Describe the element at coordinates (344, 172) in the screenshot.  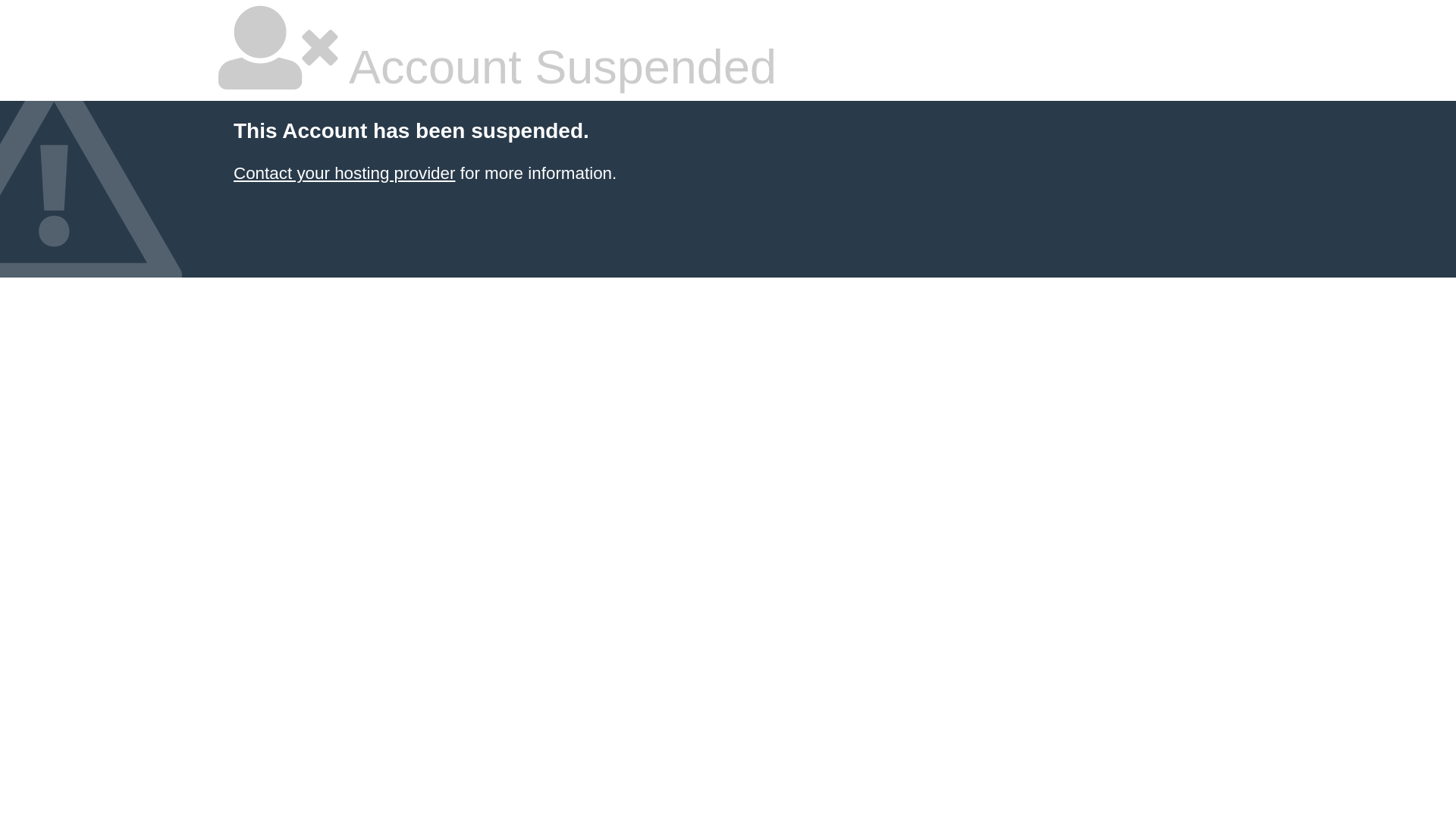
I see `'Contact your hosting provider'` at that location.